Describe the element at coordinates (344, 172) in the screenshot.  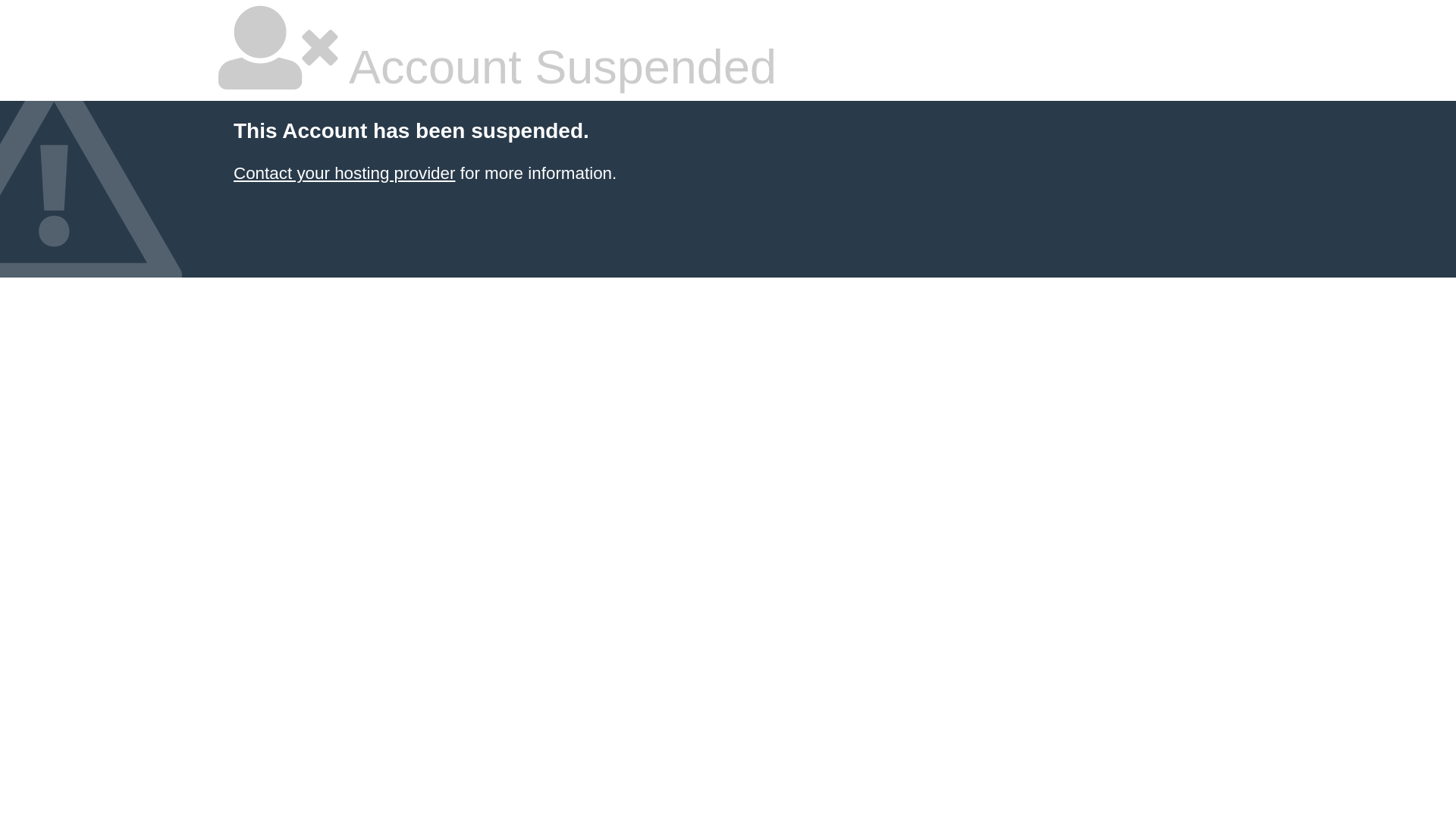
I see `'Contact your hosting provider'` at that location.